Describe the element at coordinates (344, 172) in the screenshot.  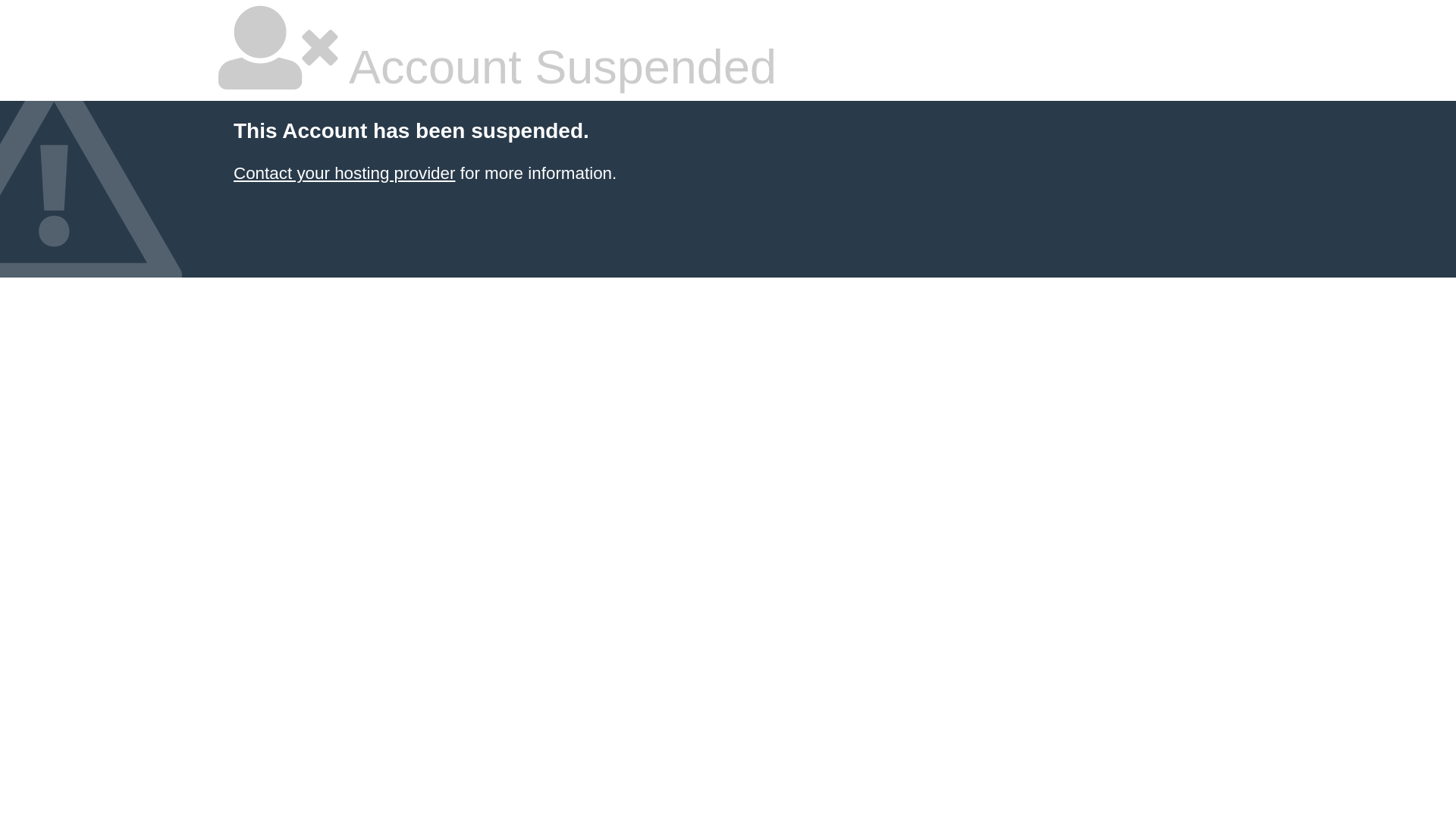
I see `'Contact your hosting provider'` at that location.